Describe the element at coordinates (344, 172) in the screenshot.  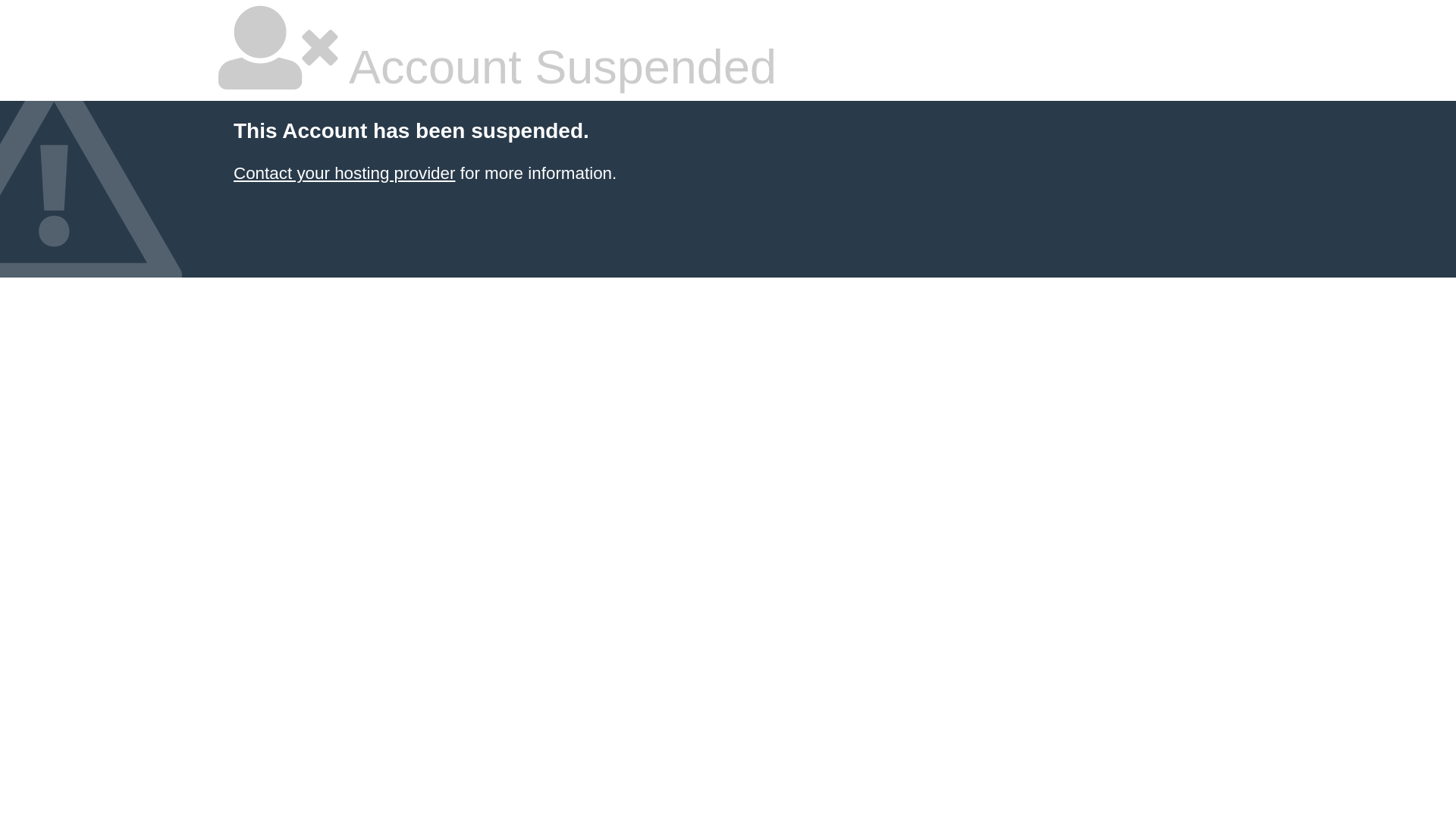
I see `'Contact your hosting provider'` at that location.